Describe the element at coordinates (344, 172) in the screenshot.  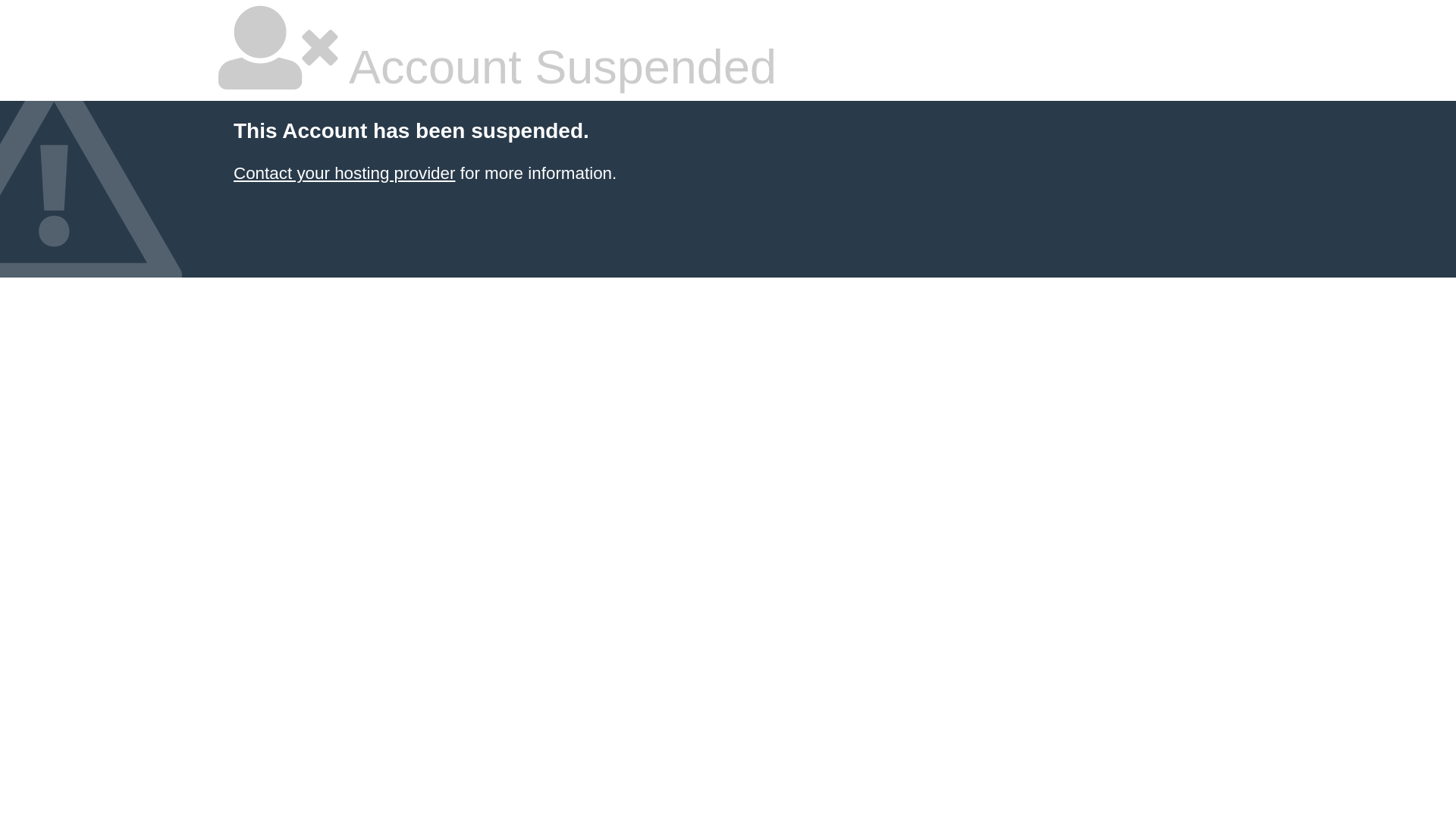
I see `'Contact your hosting provider'` at that location.